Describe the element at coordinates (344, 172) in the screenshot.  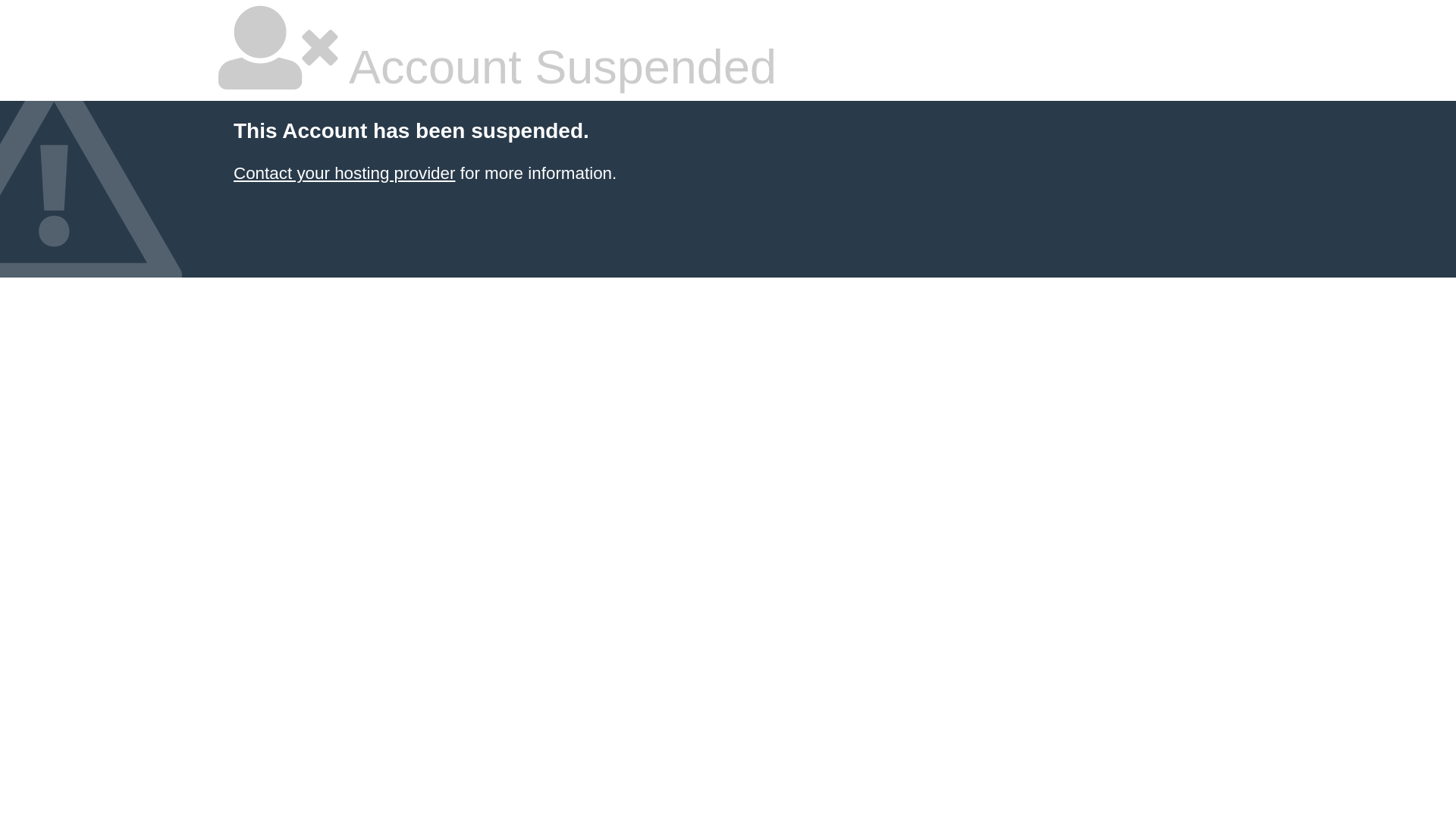
I see `'Contact your hosting provider'` at that location.